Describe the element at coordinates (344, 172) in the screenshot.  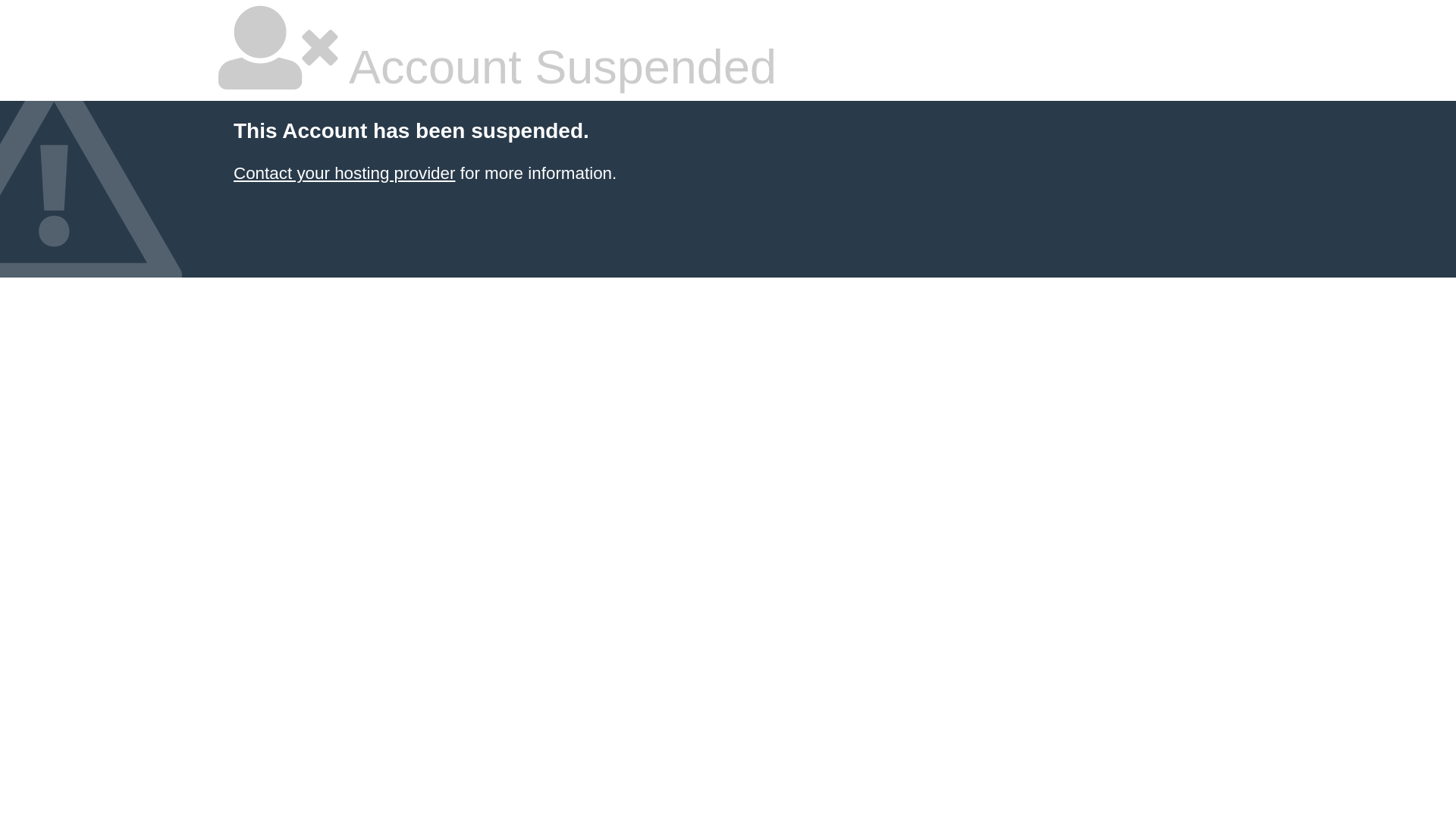
I see `'Contact your hosting provider'` at that location.